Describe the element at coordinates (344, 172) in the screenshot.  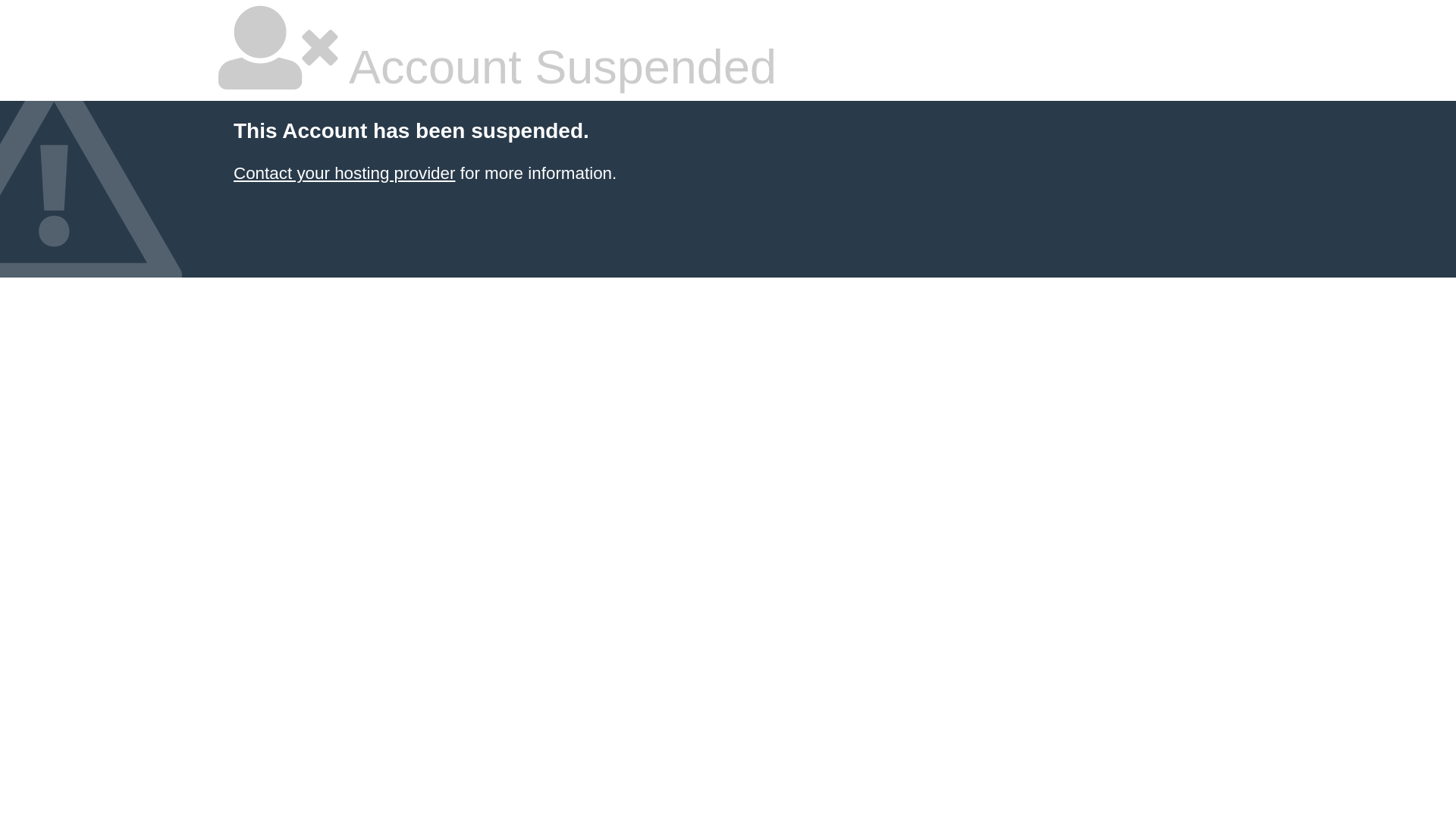
I see `'Contact your hosting provider'` at that location.